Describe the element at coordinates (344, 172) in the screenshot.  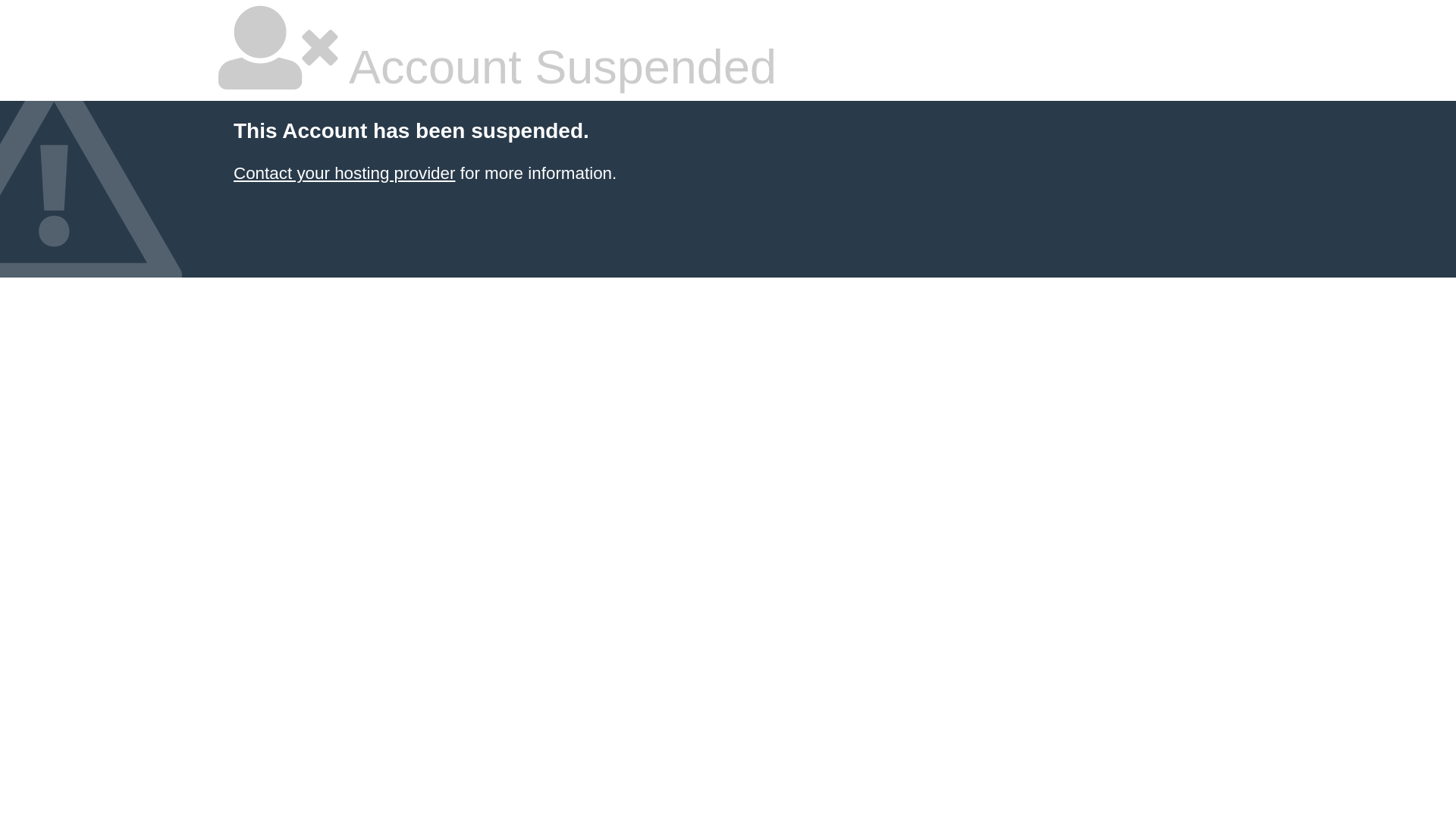
I see `'Contact your hosting provider'` at that location.